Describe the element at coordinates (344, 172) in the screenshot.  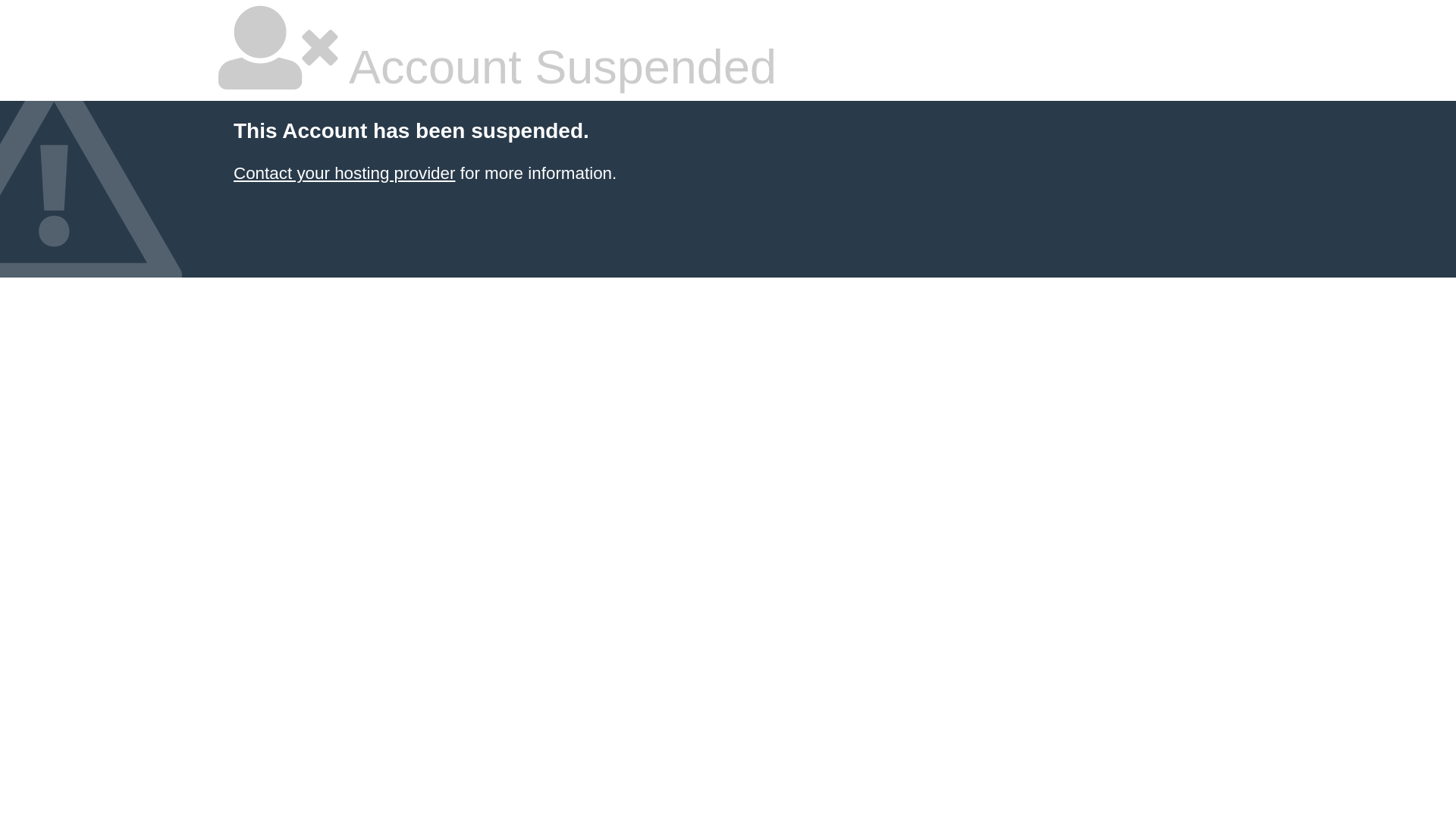
I see `'Contact your hosting provider'` at that location.